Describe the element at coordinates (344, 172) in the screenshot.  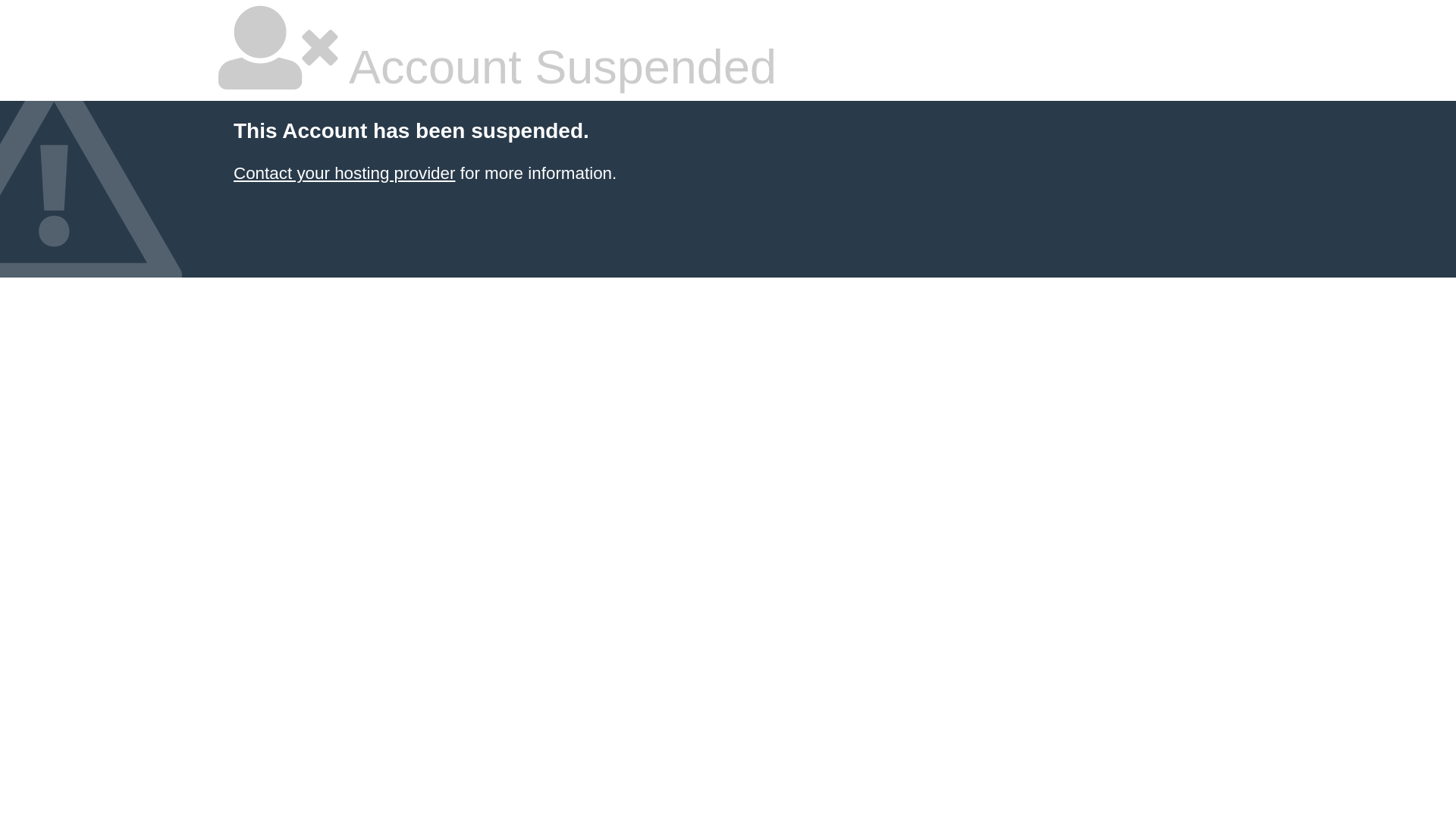
I see `'Contact your hosting provider'` at that location.